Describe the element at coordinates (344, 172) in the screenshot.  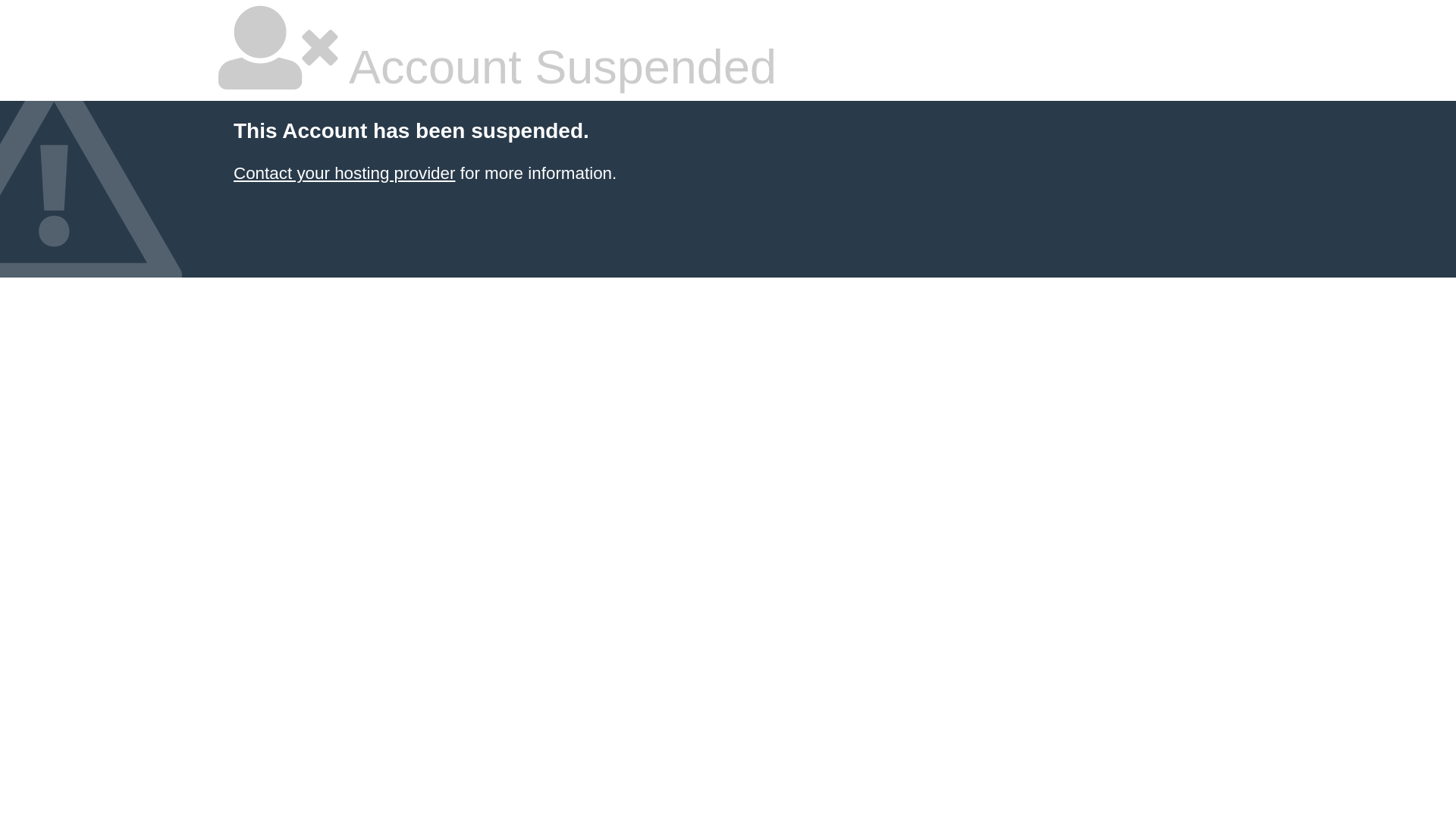
I see `'Contact your hosting provider'` at that location.